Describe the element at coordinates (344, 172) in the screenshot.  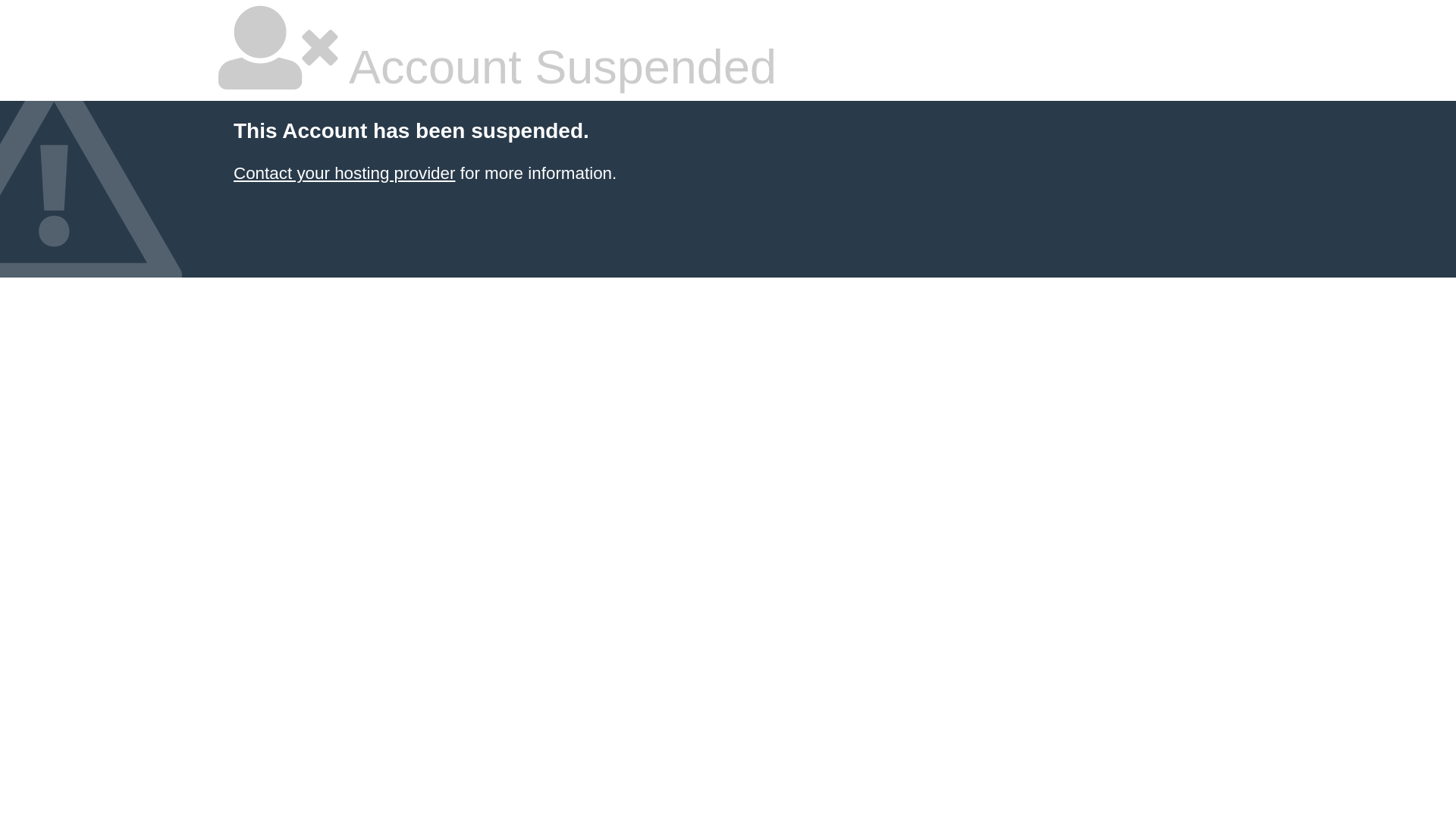
I see `'Contact your hosting provider'` at that location.